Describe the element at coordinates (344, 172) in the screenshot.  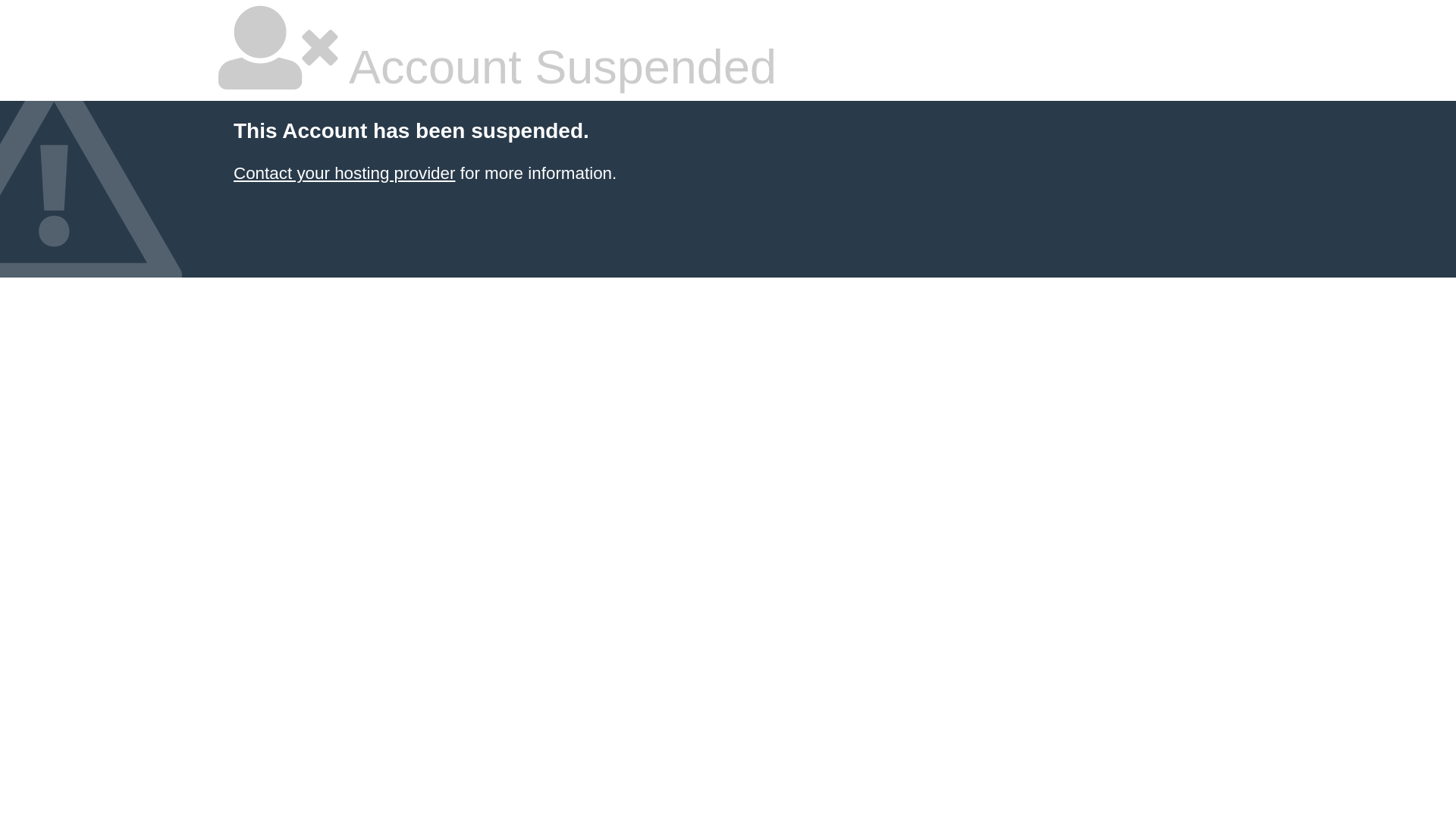
I see `'Contact your hosting provider'` at that location.